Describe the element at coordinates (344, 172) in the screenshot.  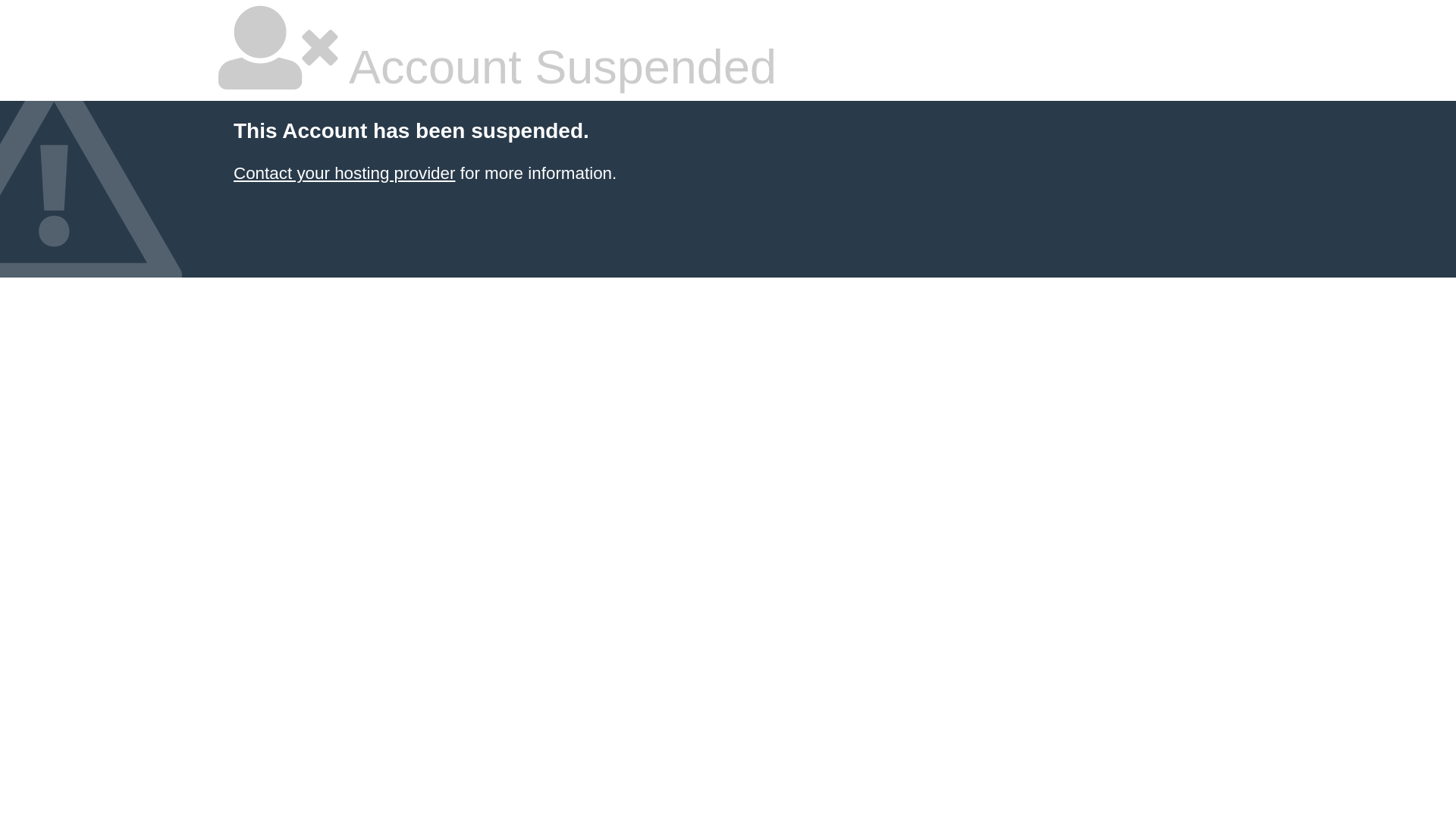
I see `'Contact your hosting provider'` at that location.